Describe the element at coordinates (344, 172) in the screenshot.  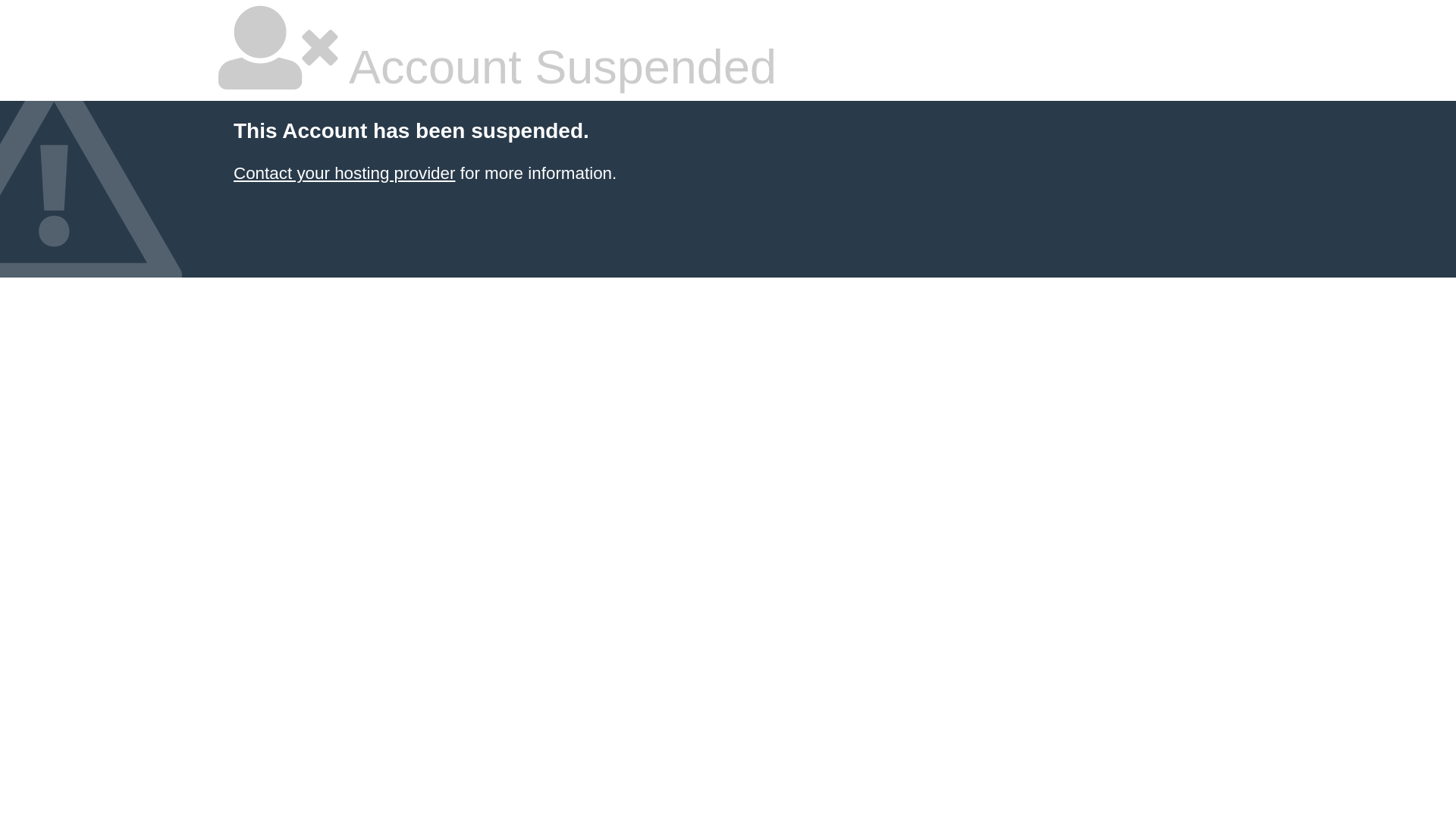
I see `'Contact your hosting provider'` at that location.